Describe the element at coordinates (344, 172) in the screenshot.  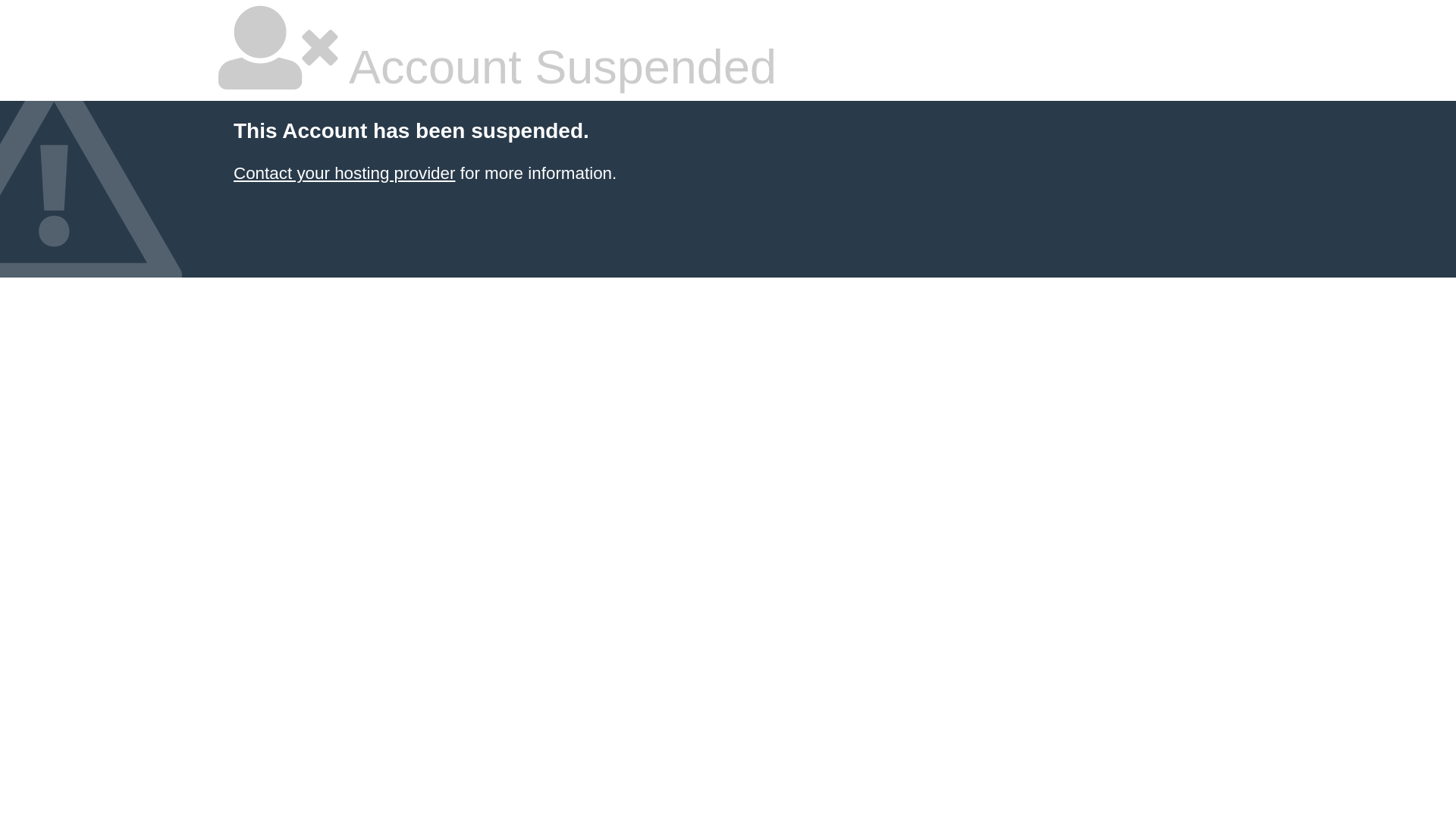
I see `'Contact your hosting provider'` at that location.